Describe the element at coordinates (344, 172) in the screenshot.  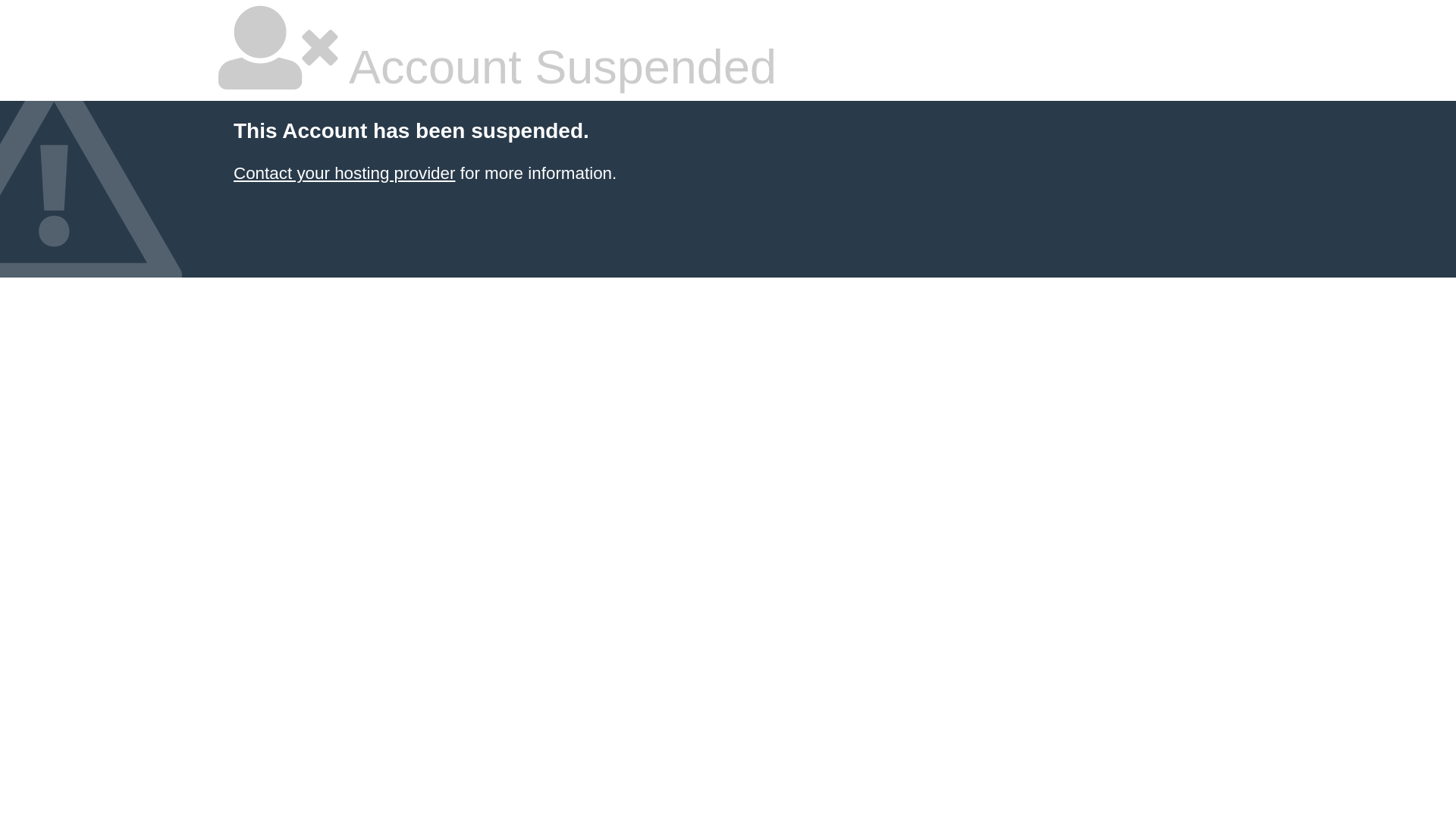
I see `'Contact your hosting provider'` at that location.